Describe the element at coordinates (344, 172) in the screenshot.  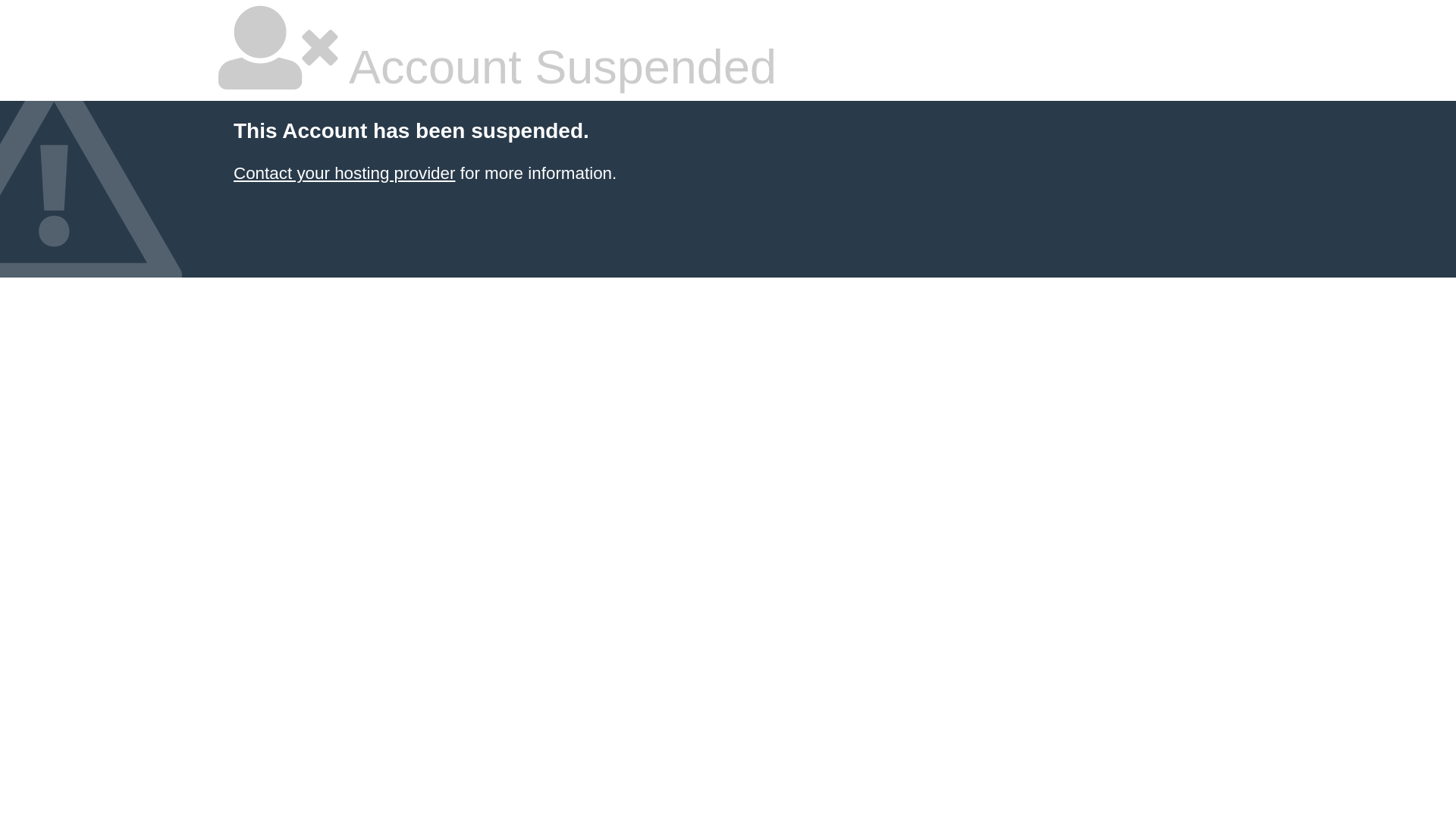
I see `'Contact your hosting provider'` at that location.